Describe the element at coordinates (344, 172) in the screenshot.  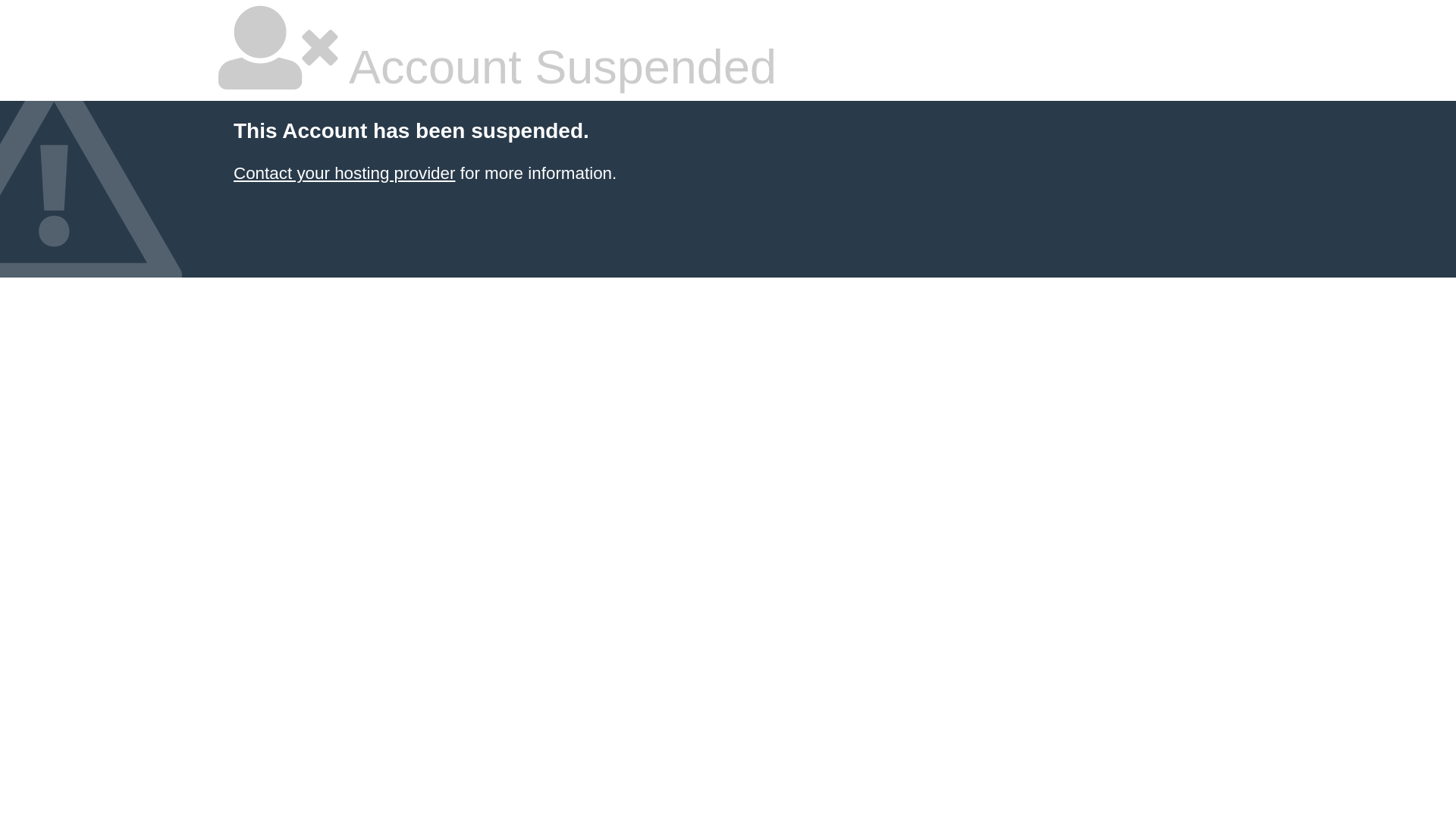
I see `'Contact your hosting provider'` at that location.